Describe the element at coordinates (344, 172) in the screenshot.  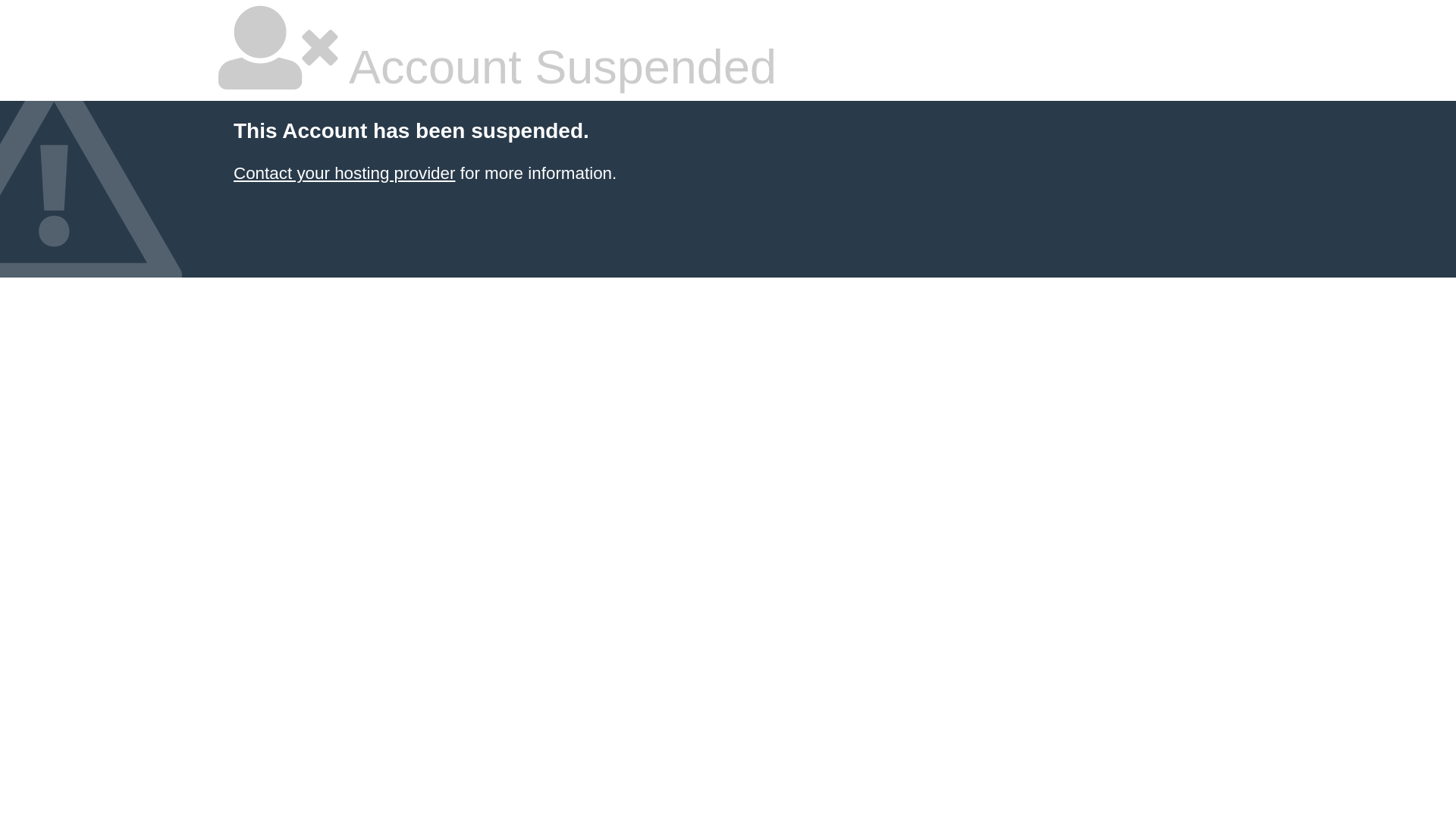
I see `'Contact your hosting provider'` at that location.